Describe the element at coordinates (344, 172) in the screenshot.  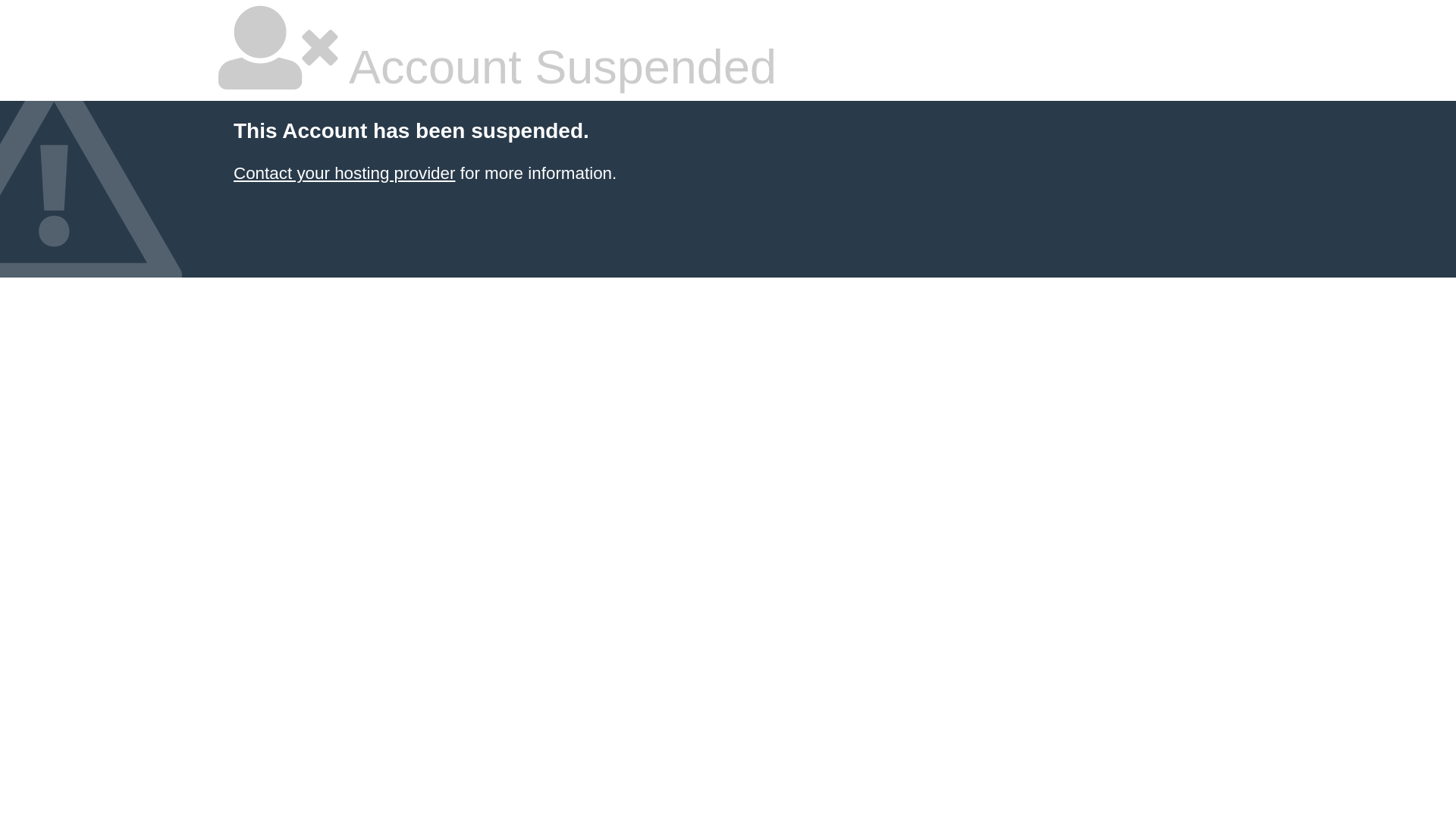
I see `'Contact your hosting provider'` at that location.